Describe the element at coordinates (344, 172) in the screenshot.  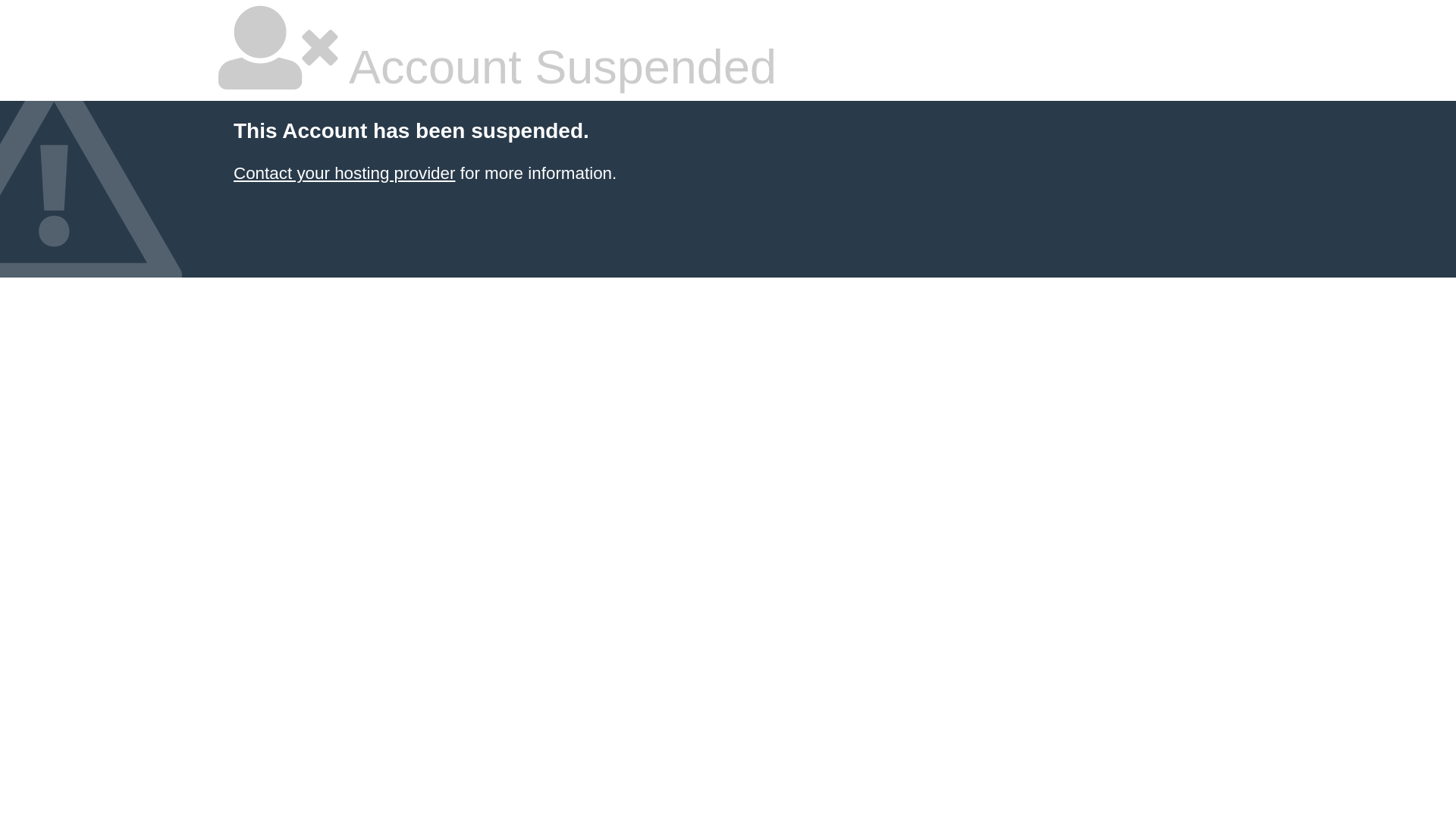
I see `'Contact your hosting provider'` at that location.